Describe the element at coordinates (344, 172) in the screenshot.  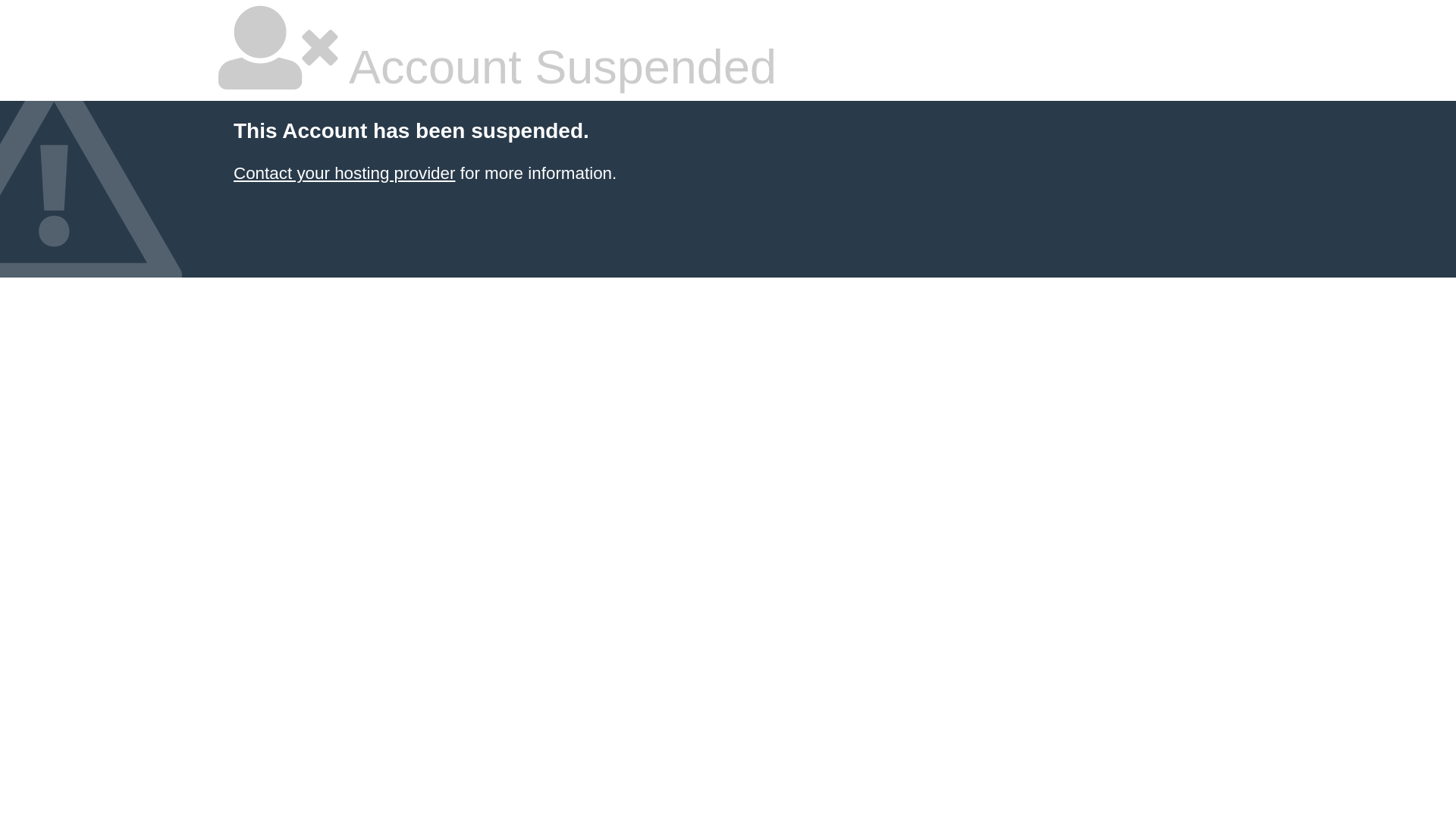
I see `'Contact your hosting provider'` at that location.